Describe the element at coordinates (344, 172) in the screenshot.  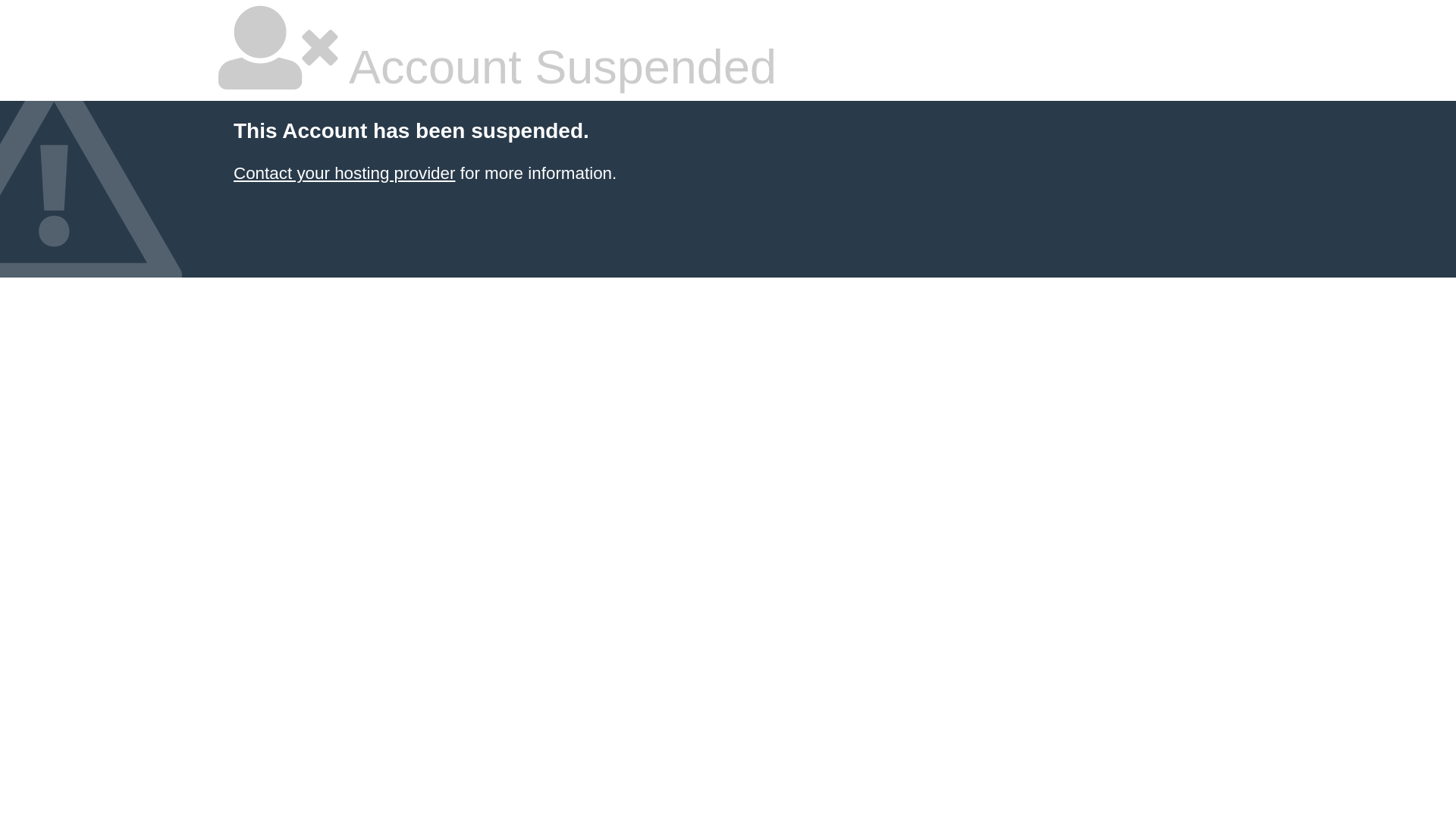
I see `'Contact your hosting provider'` at that location.